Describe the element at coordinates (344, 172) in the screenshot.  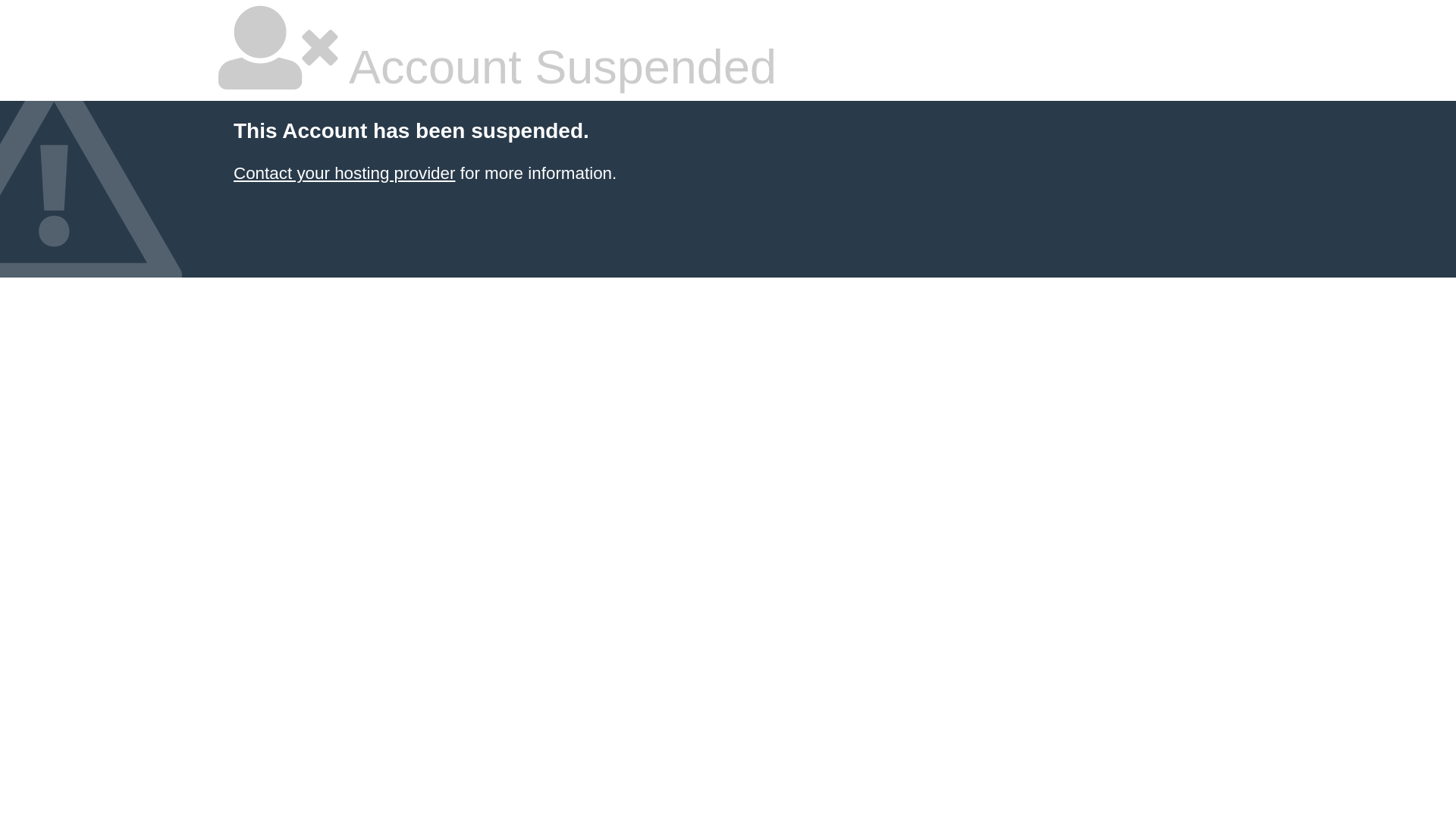
I see `'Contact your hosting provider'` at that location.